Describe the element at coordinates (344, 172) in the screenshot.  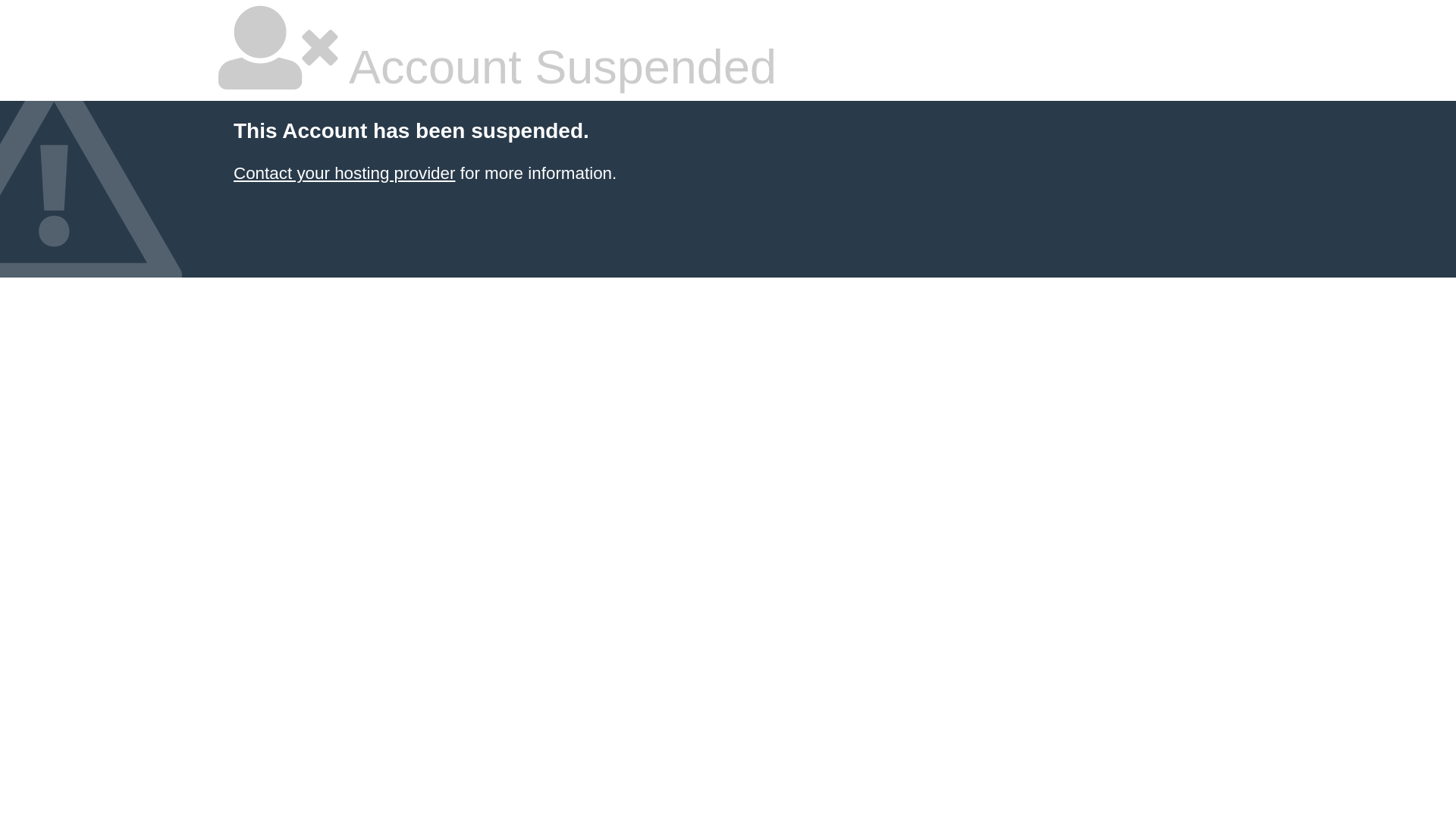
I see `'Contact your hosting provider'` at that location.